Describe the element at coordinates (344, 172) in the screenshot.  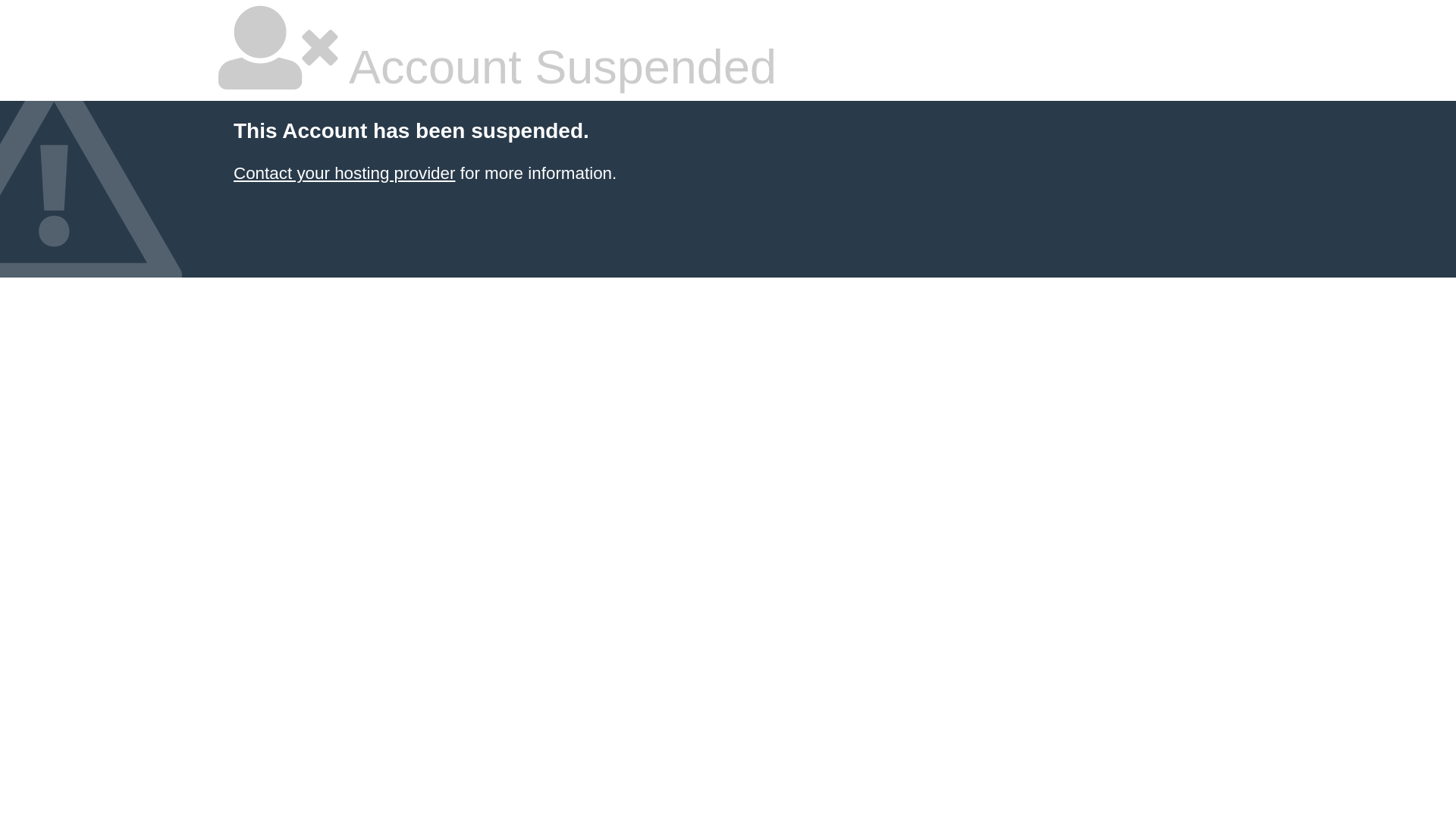
I see `'Contact your hosting provider'` at that location.